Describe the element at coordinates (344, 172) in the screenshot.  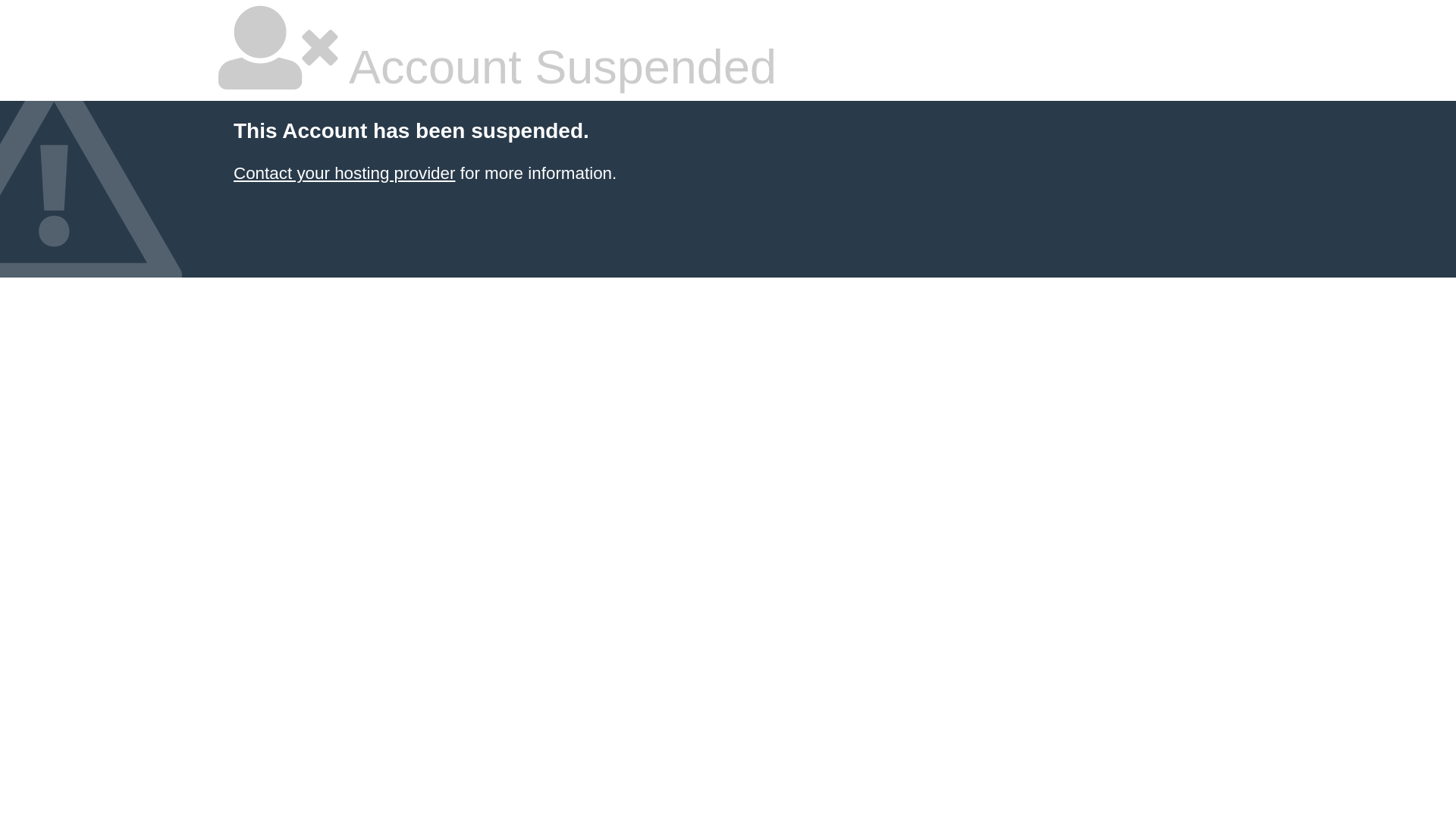
I see `'Contact your hosting provider'` at that location.